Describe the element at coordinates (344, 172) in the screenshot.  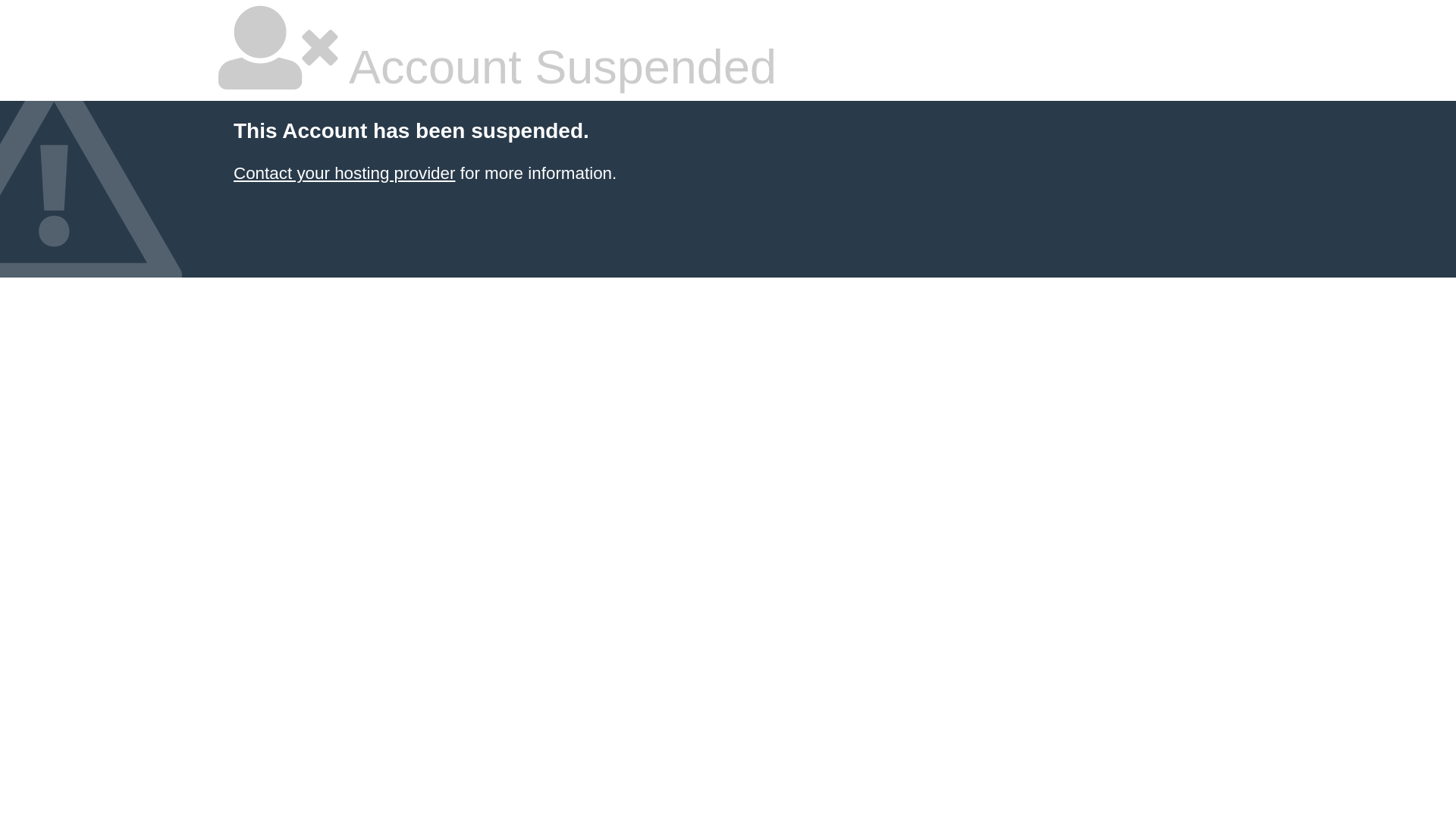
I see `'Contact your hosting provider'` at that location.